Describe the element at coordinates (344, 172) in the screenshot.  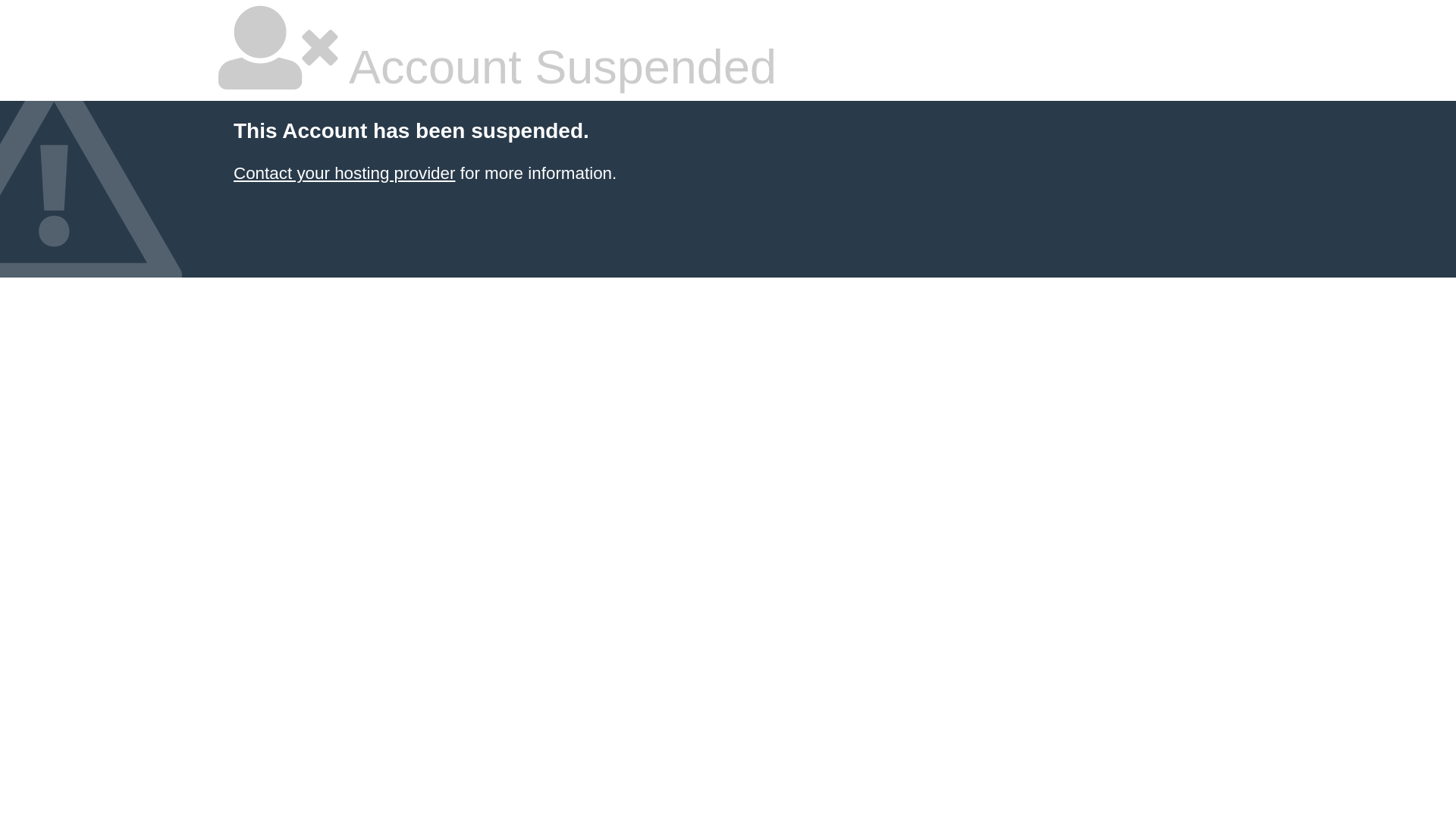
I see `'Contact your hosting provider'` at that location.